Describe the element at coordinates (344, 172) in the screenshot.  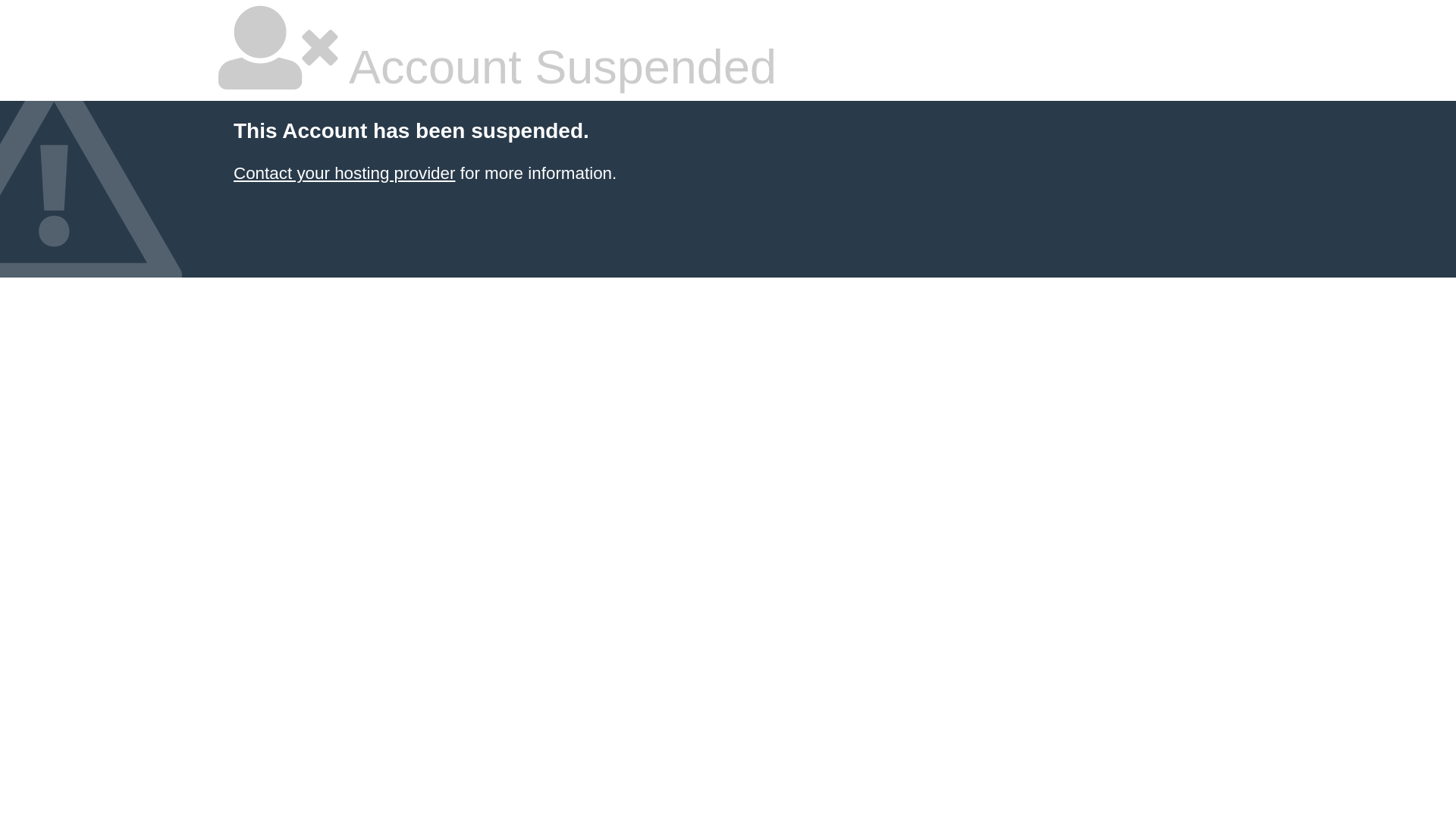
I see `'Contact your hosting provider'` at that location.